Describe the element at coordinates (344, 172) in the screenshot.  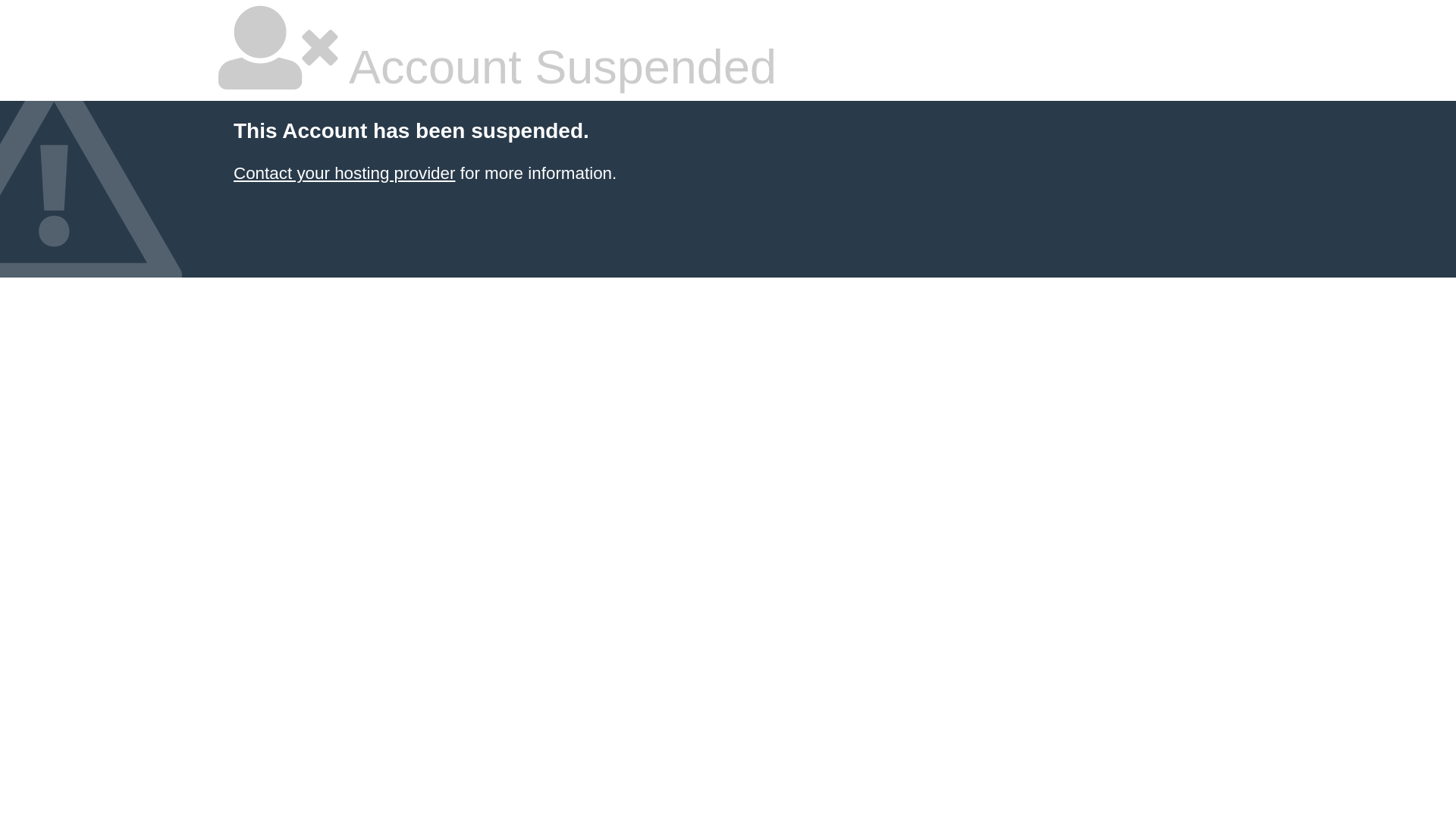
I see `'Contact your hosting provider'` at that location.